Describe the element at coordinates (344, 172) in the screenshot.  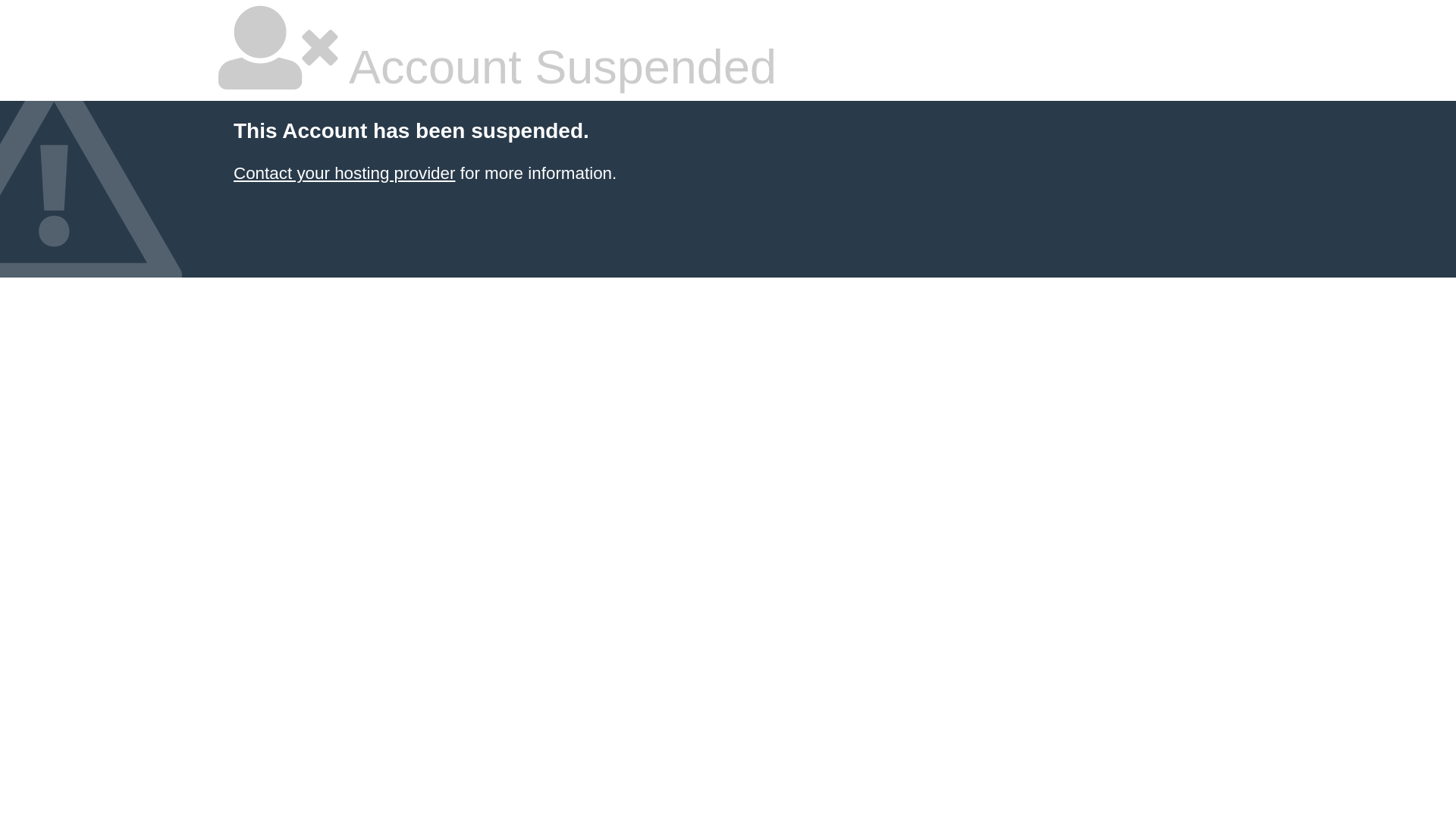
I see `'Contact your hosting provider'` at that location.